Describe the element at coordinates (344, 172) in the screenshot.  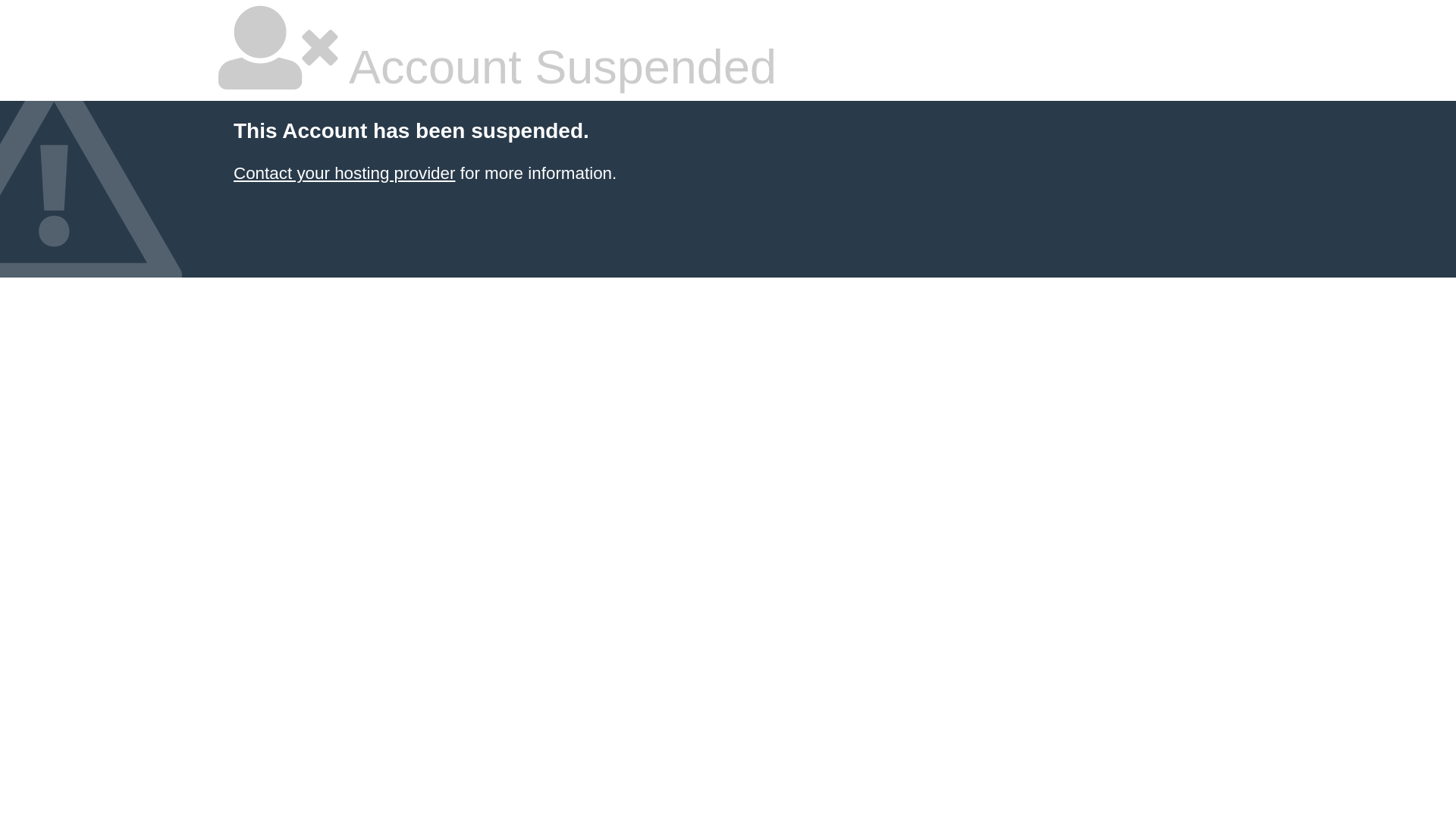
I see `'Contact your hosting provider'` at that location.